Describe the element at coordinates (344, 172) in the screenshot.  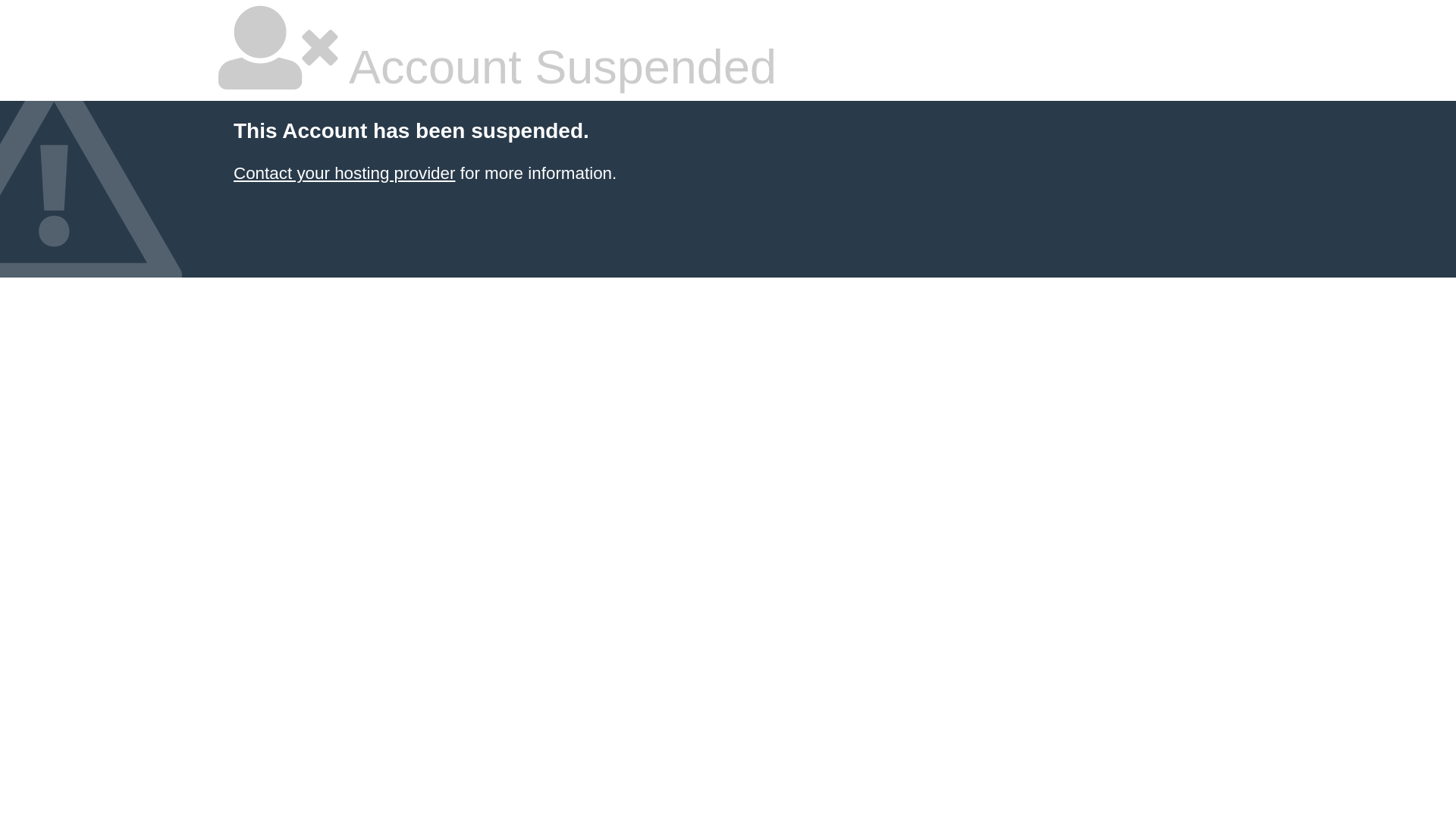
I see `'Contact your hosting provider'` at that location.